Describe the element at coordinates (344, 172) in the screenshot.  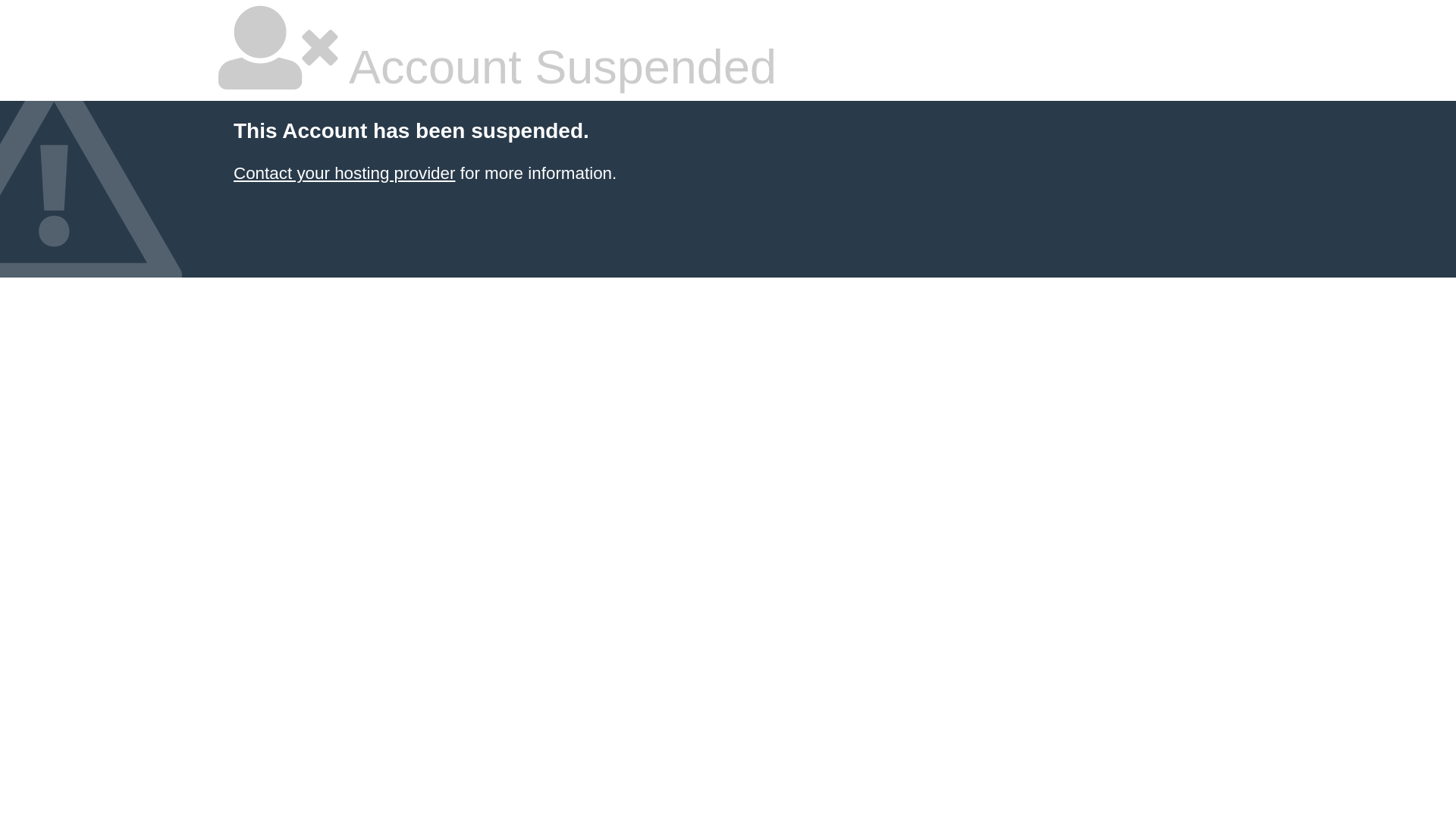
I see `'Contact your hosting provider'` at that location.